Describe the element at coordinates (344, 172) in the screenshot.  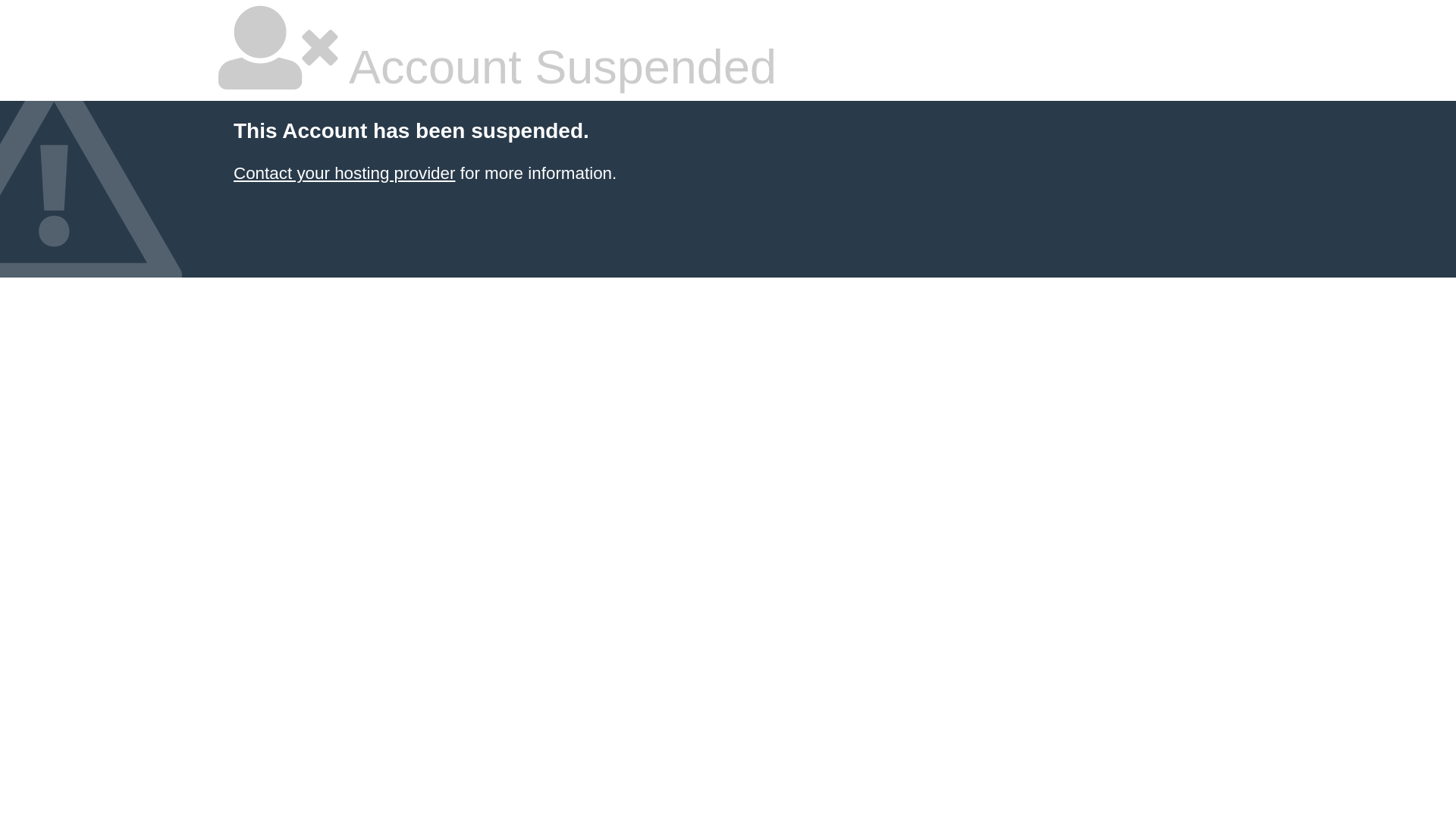
I see `'Contact your hosting provider'` at that location.